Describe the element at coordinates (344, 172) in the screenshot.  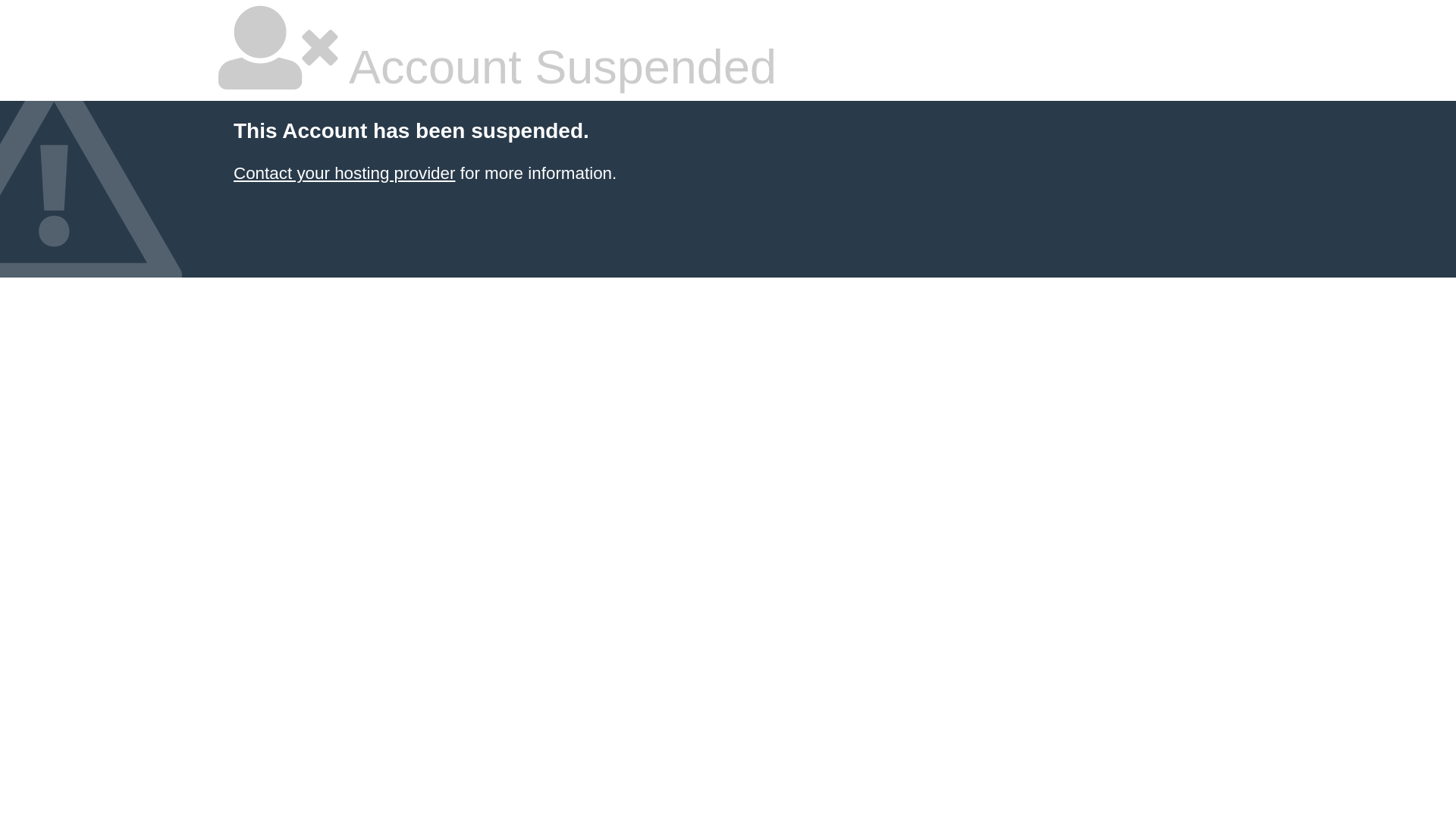
I see `'Contact your hosting provider'` at that location.